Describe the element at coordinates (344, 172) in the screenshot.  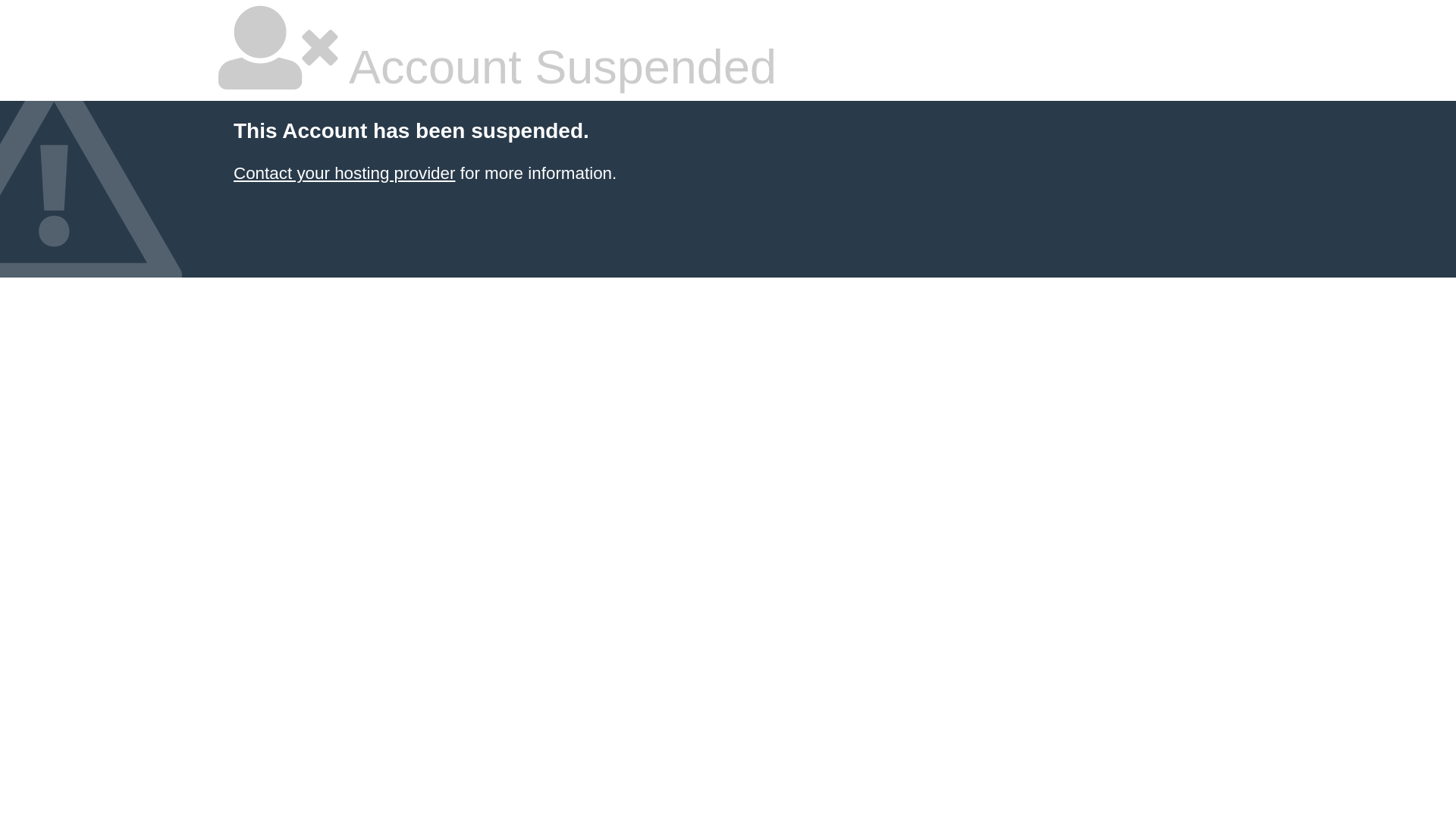
I see `'Contact your hosting provider'` at that location.